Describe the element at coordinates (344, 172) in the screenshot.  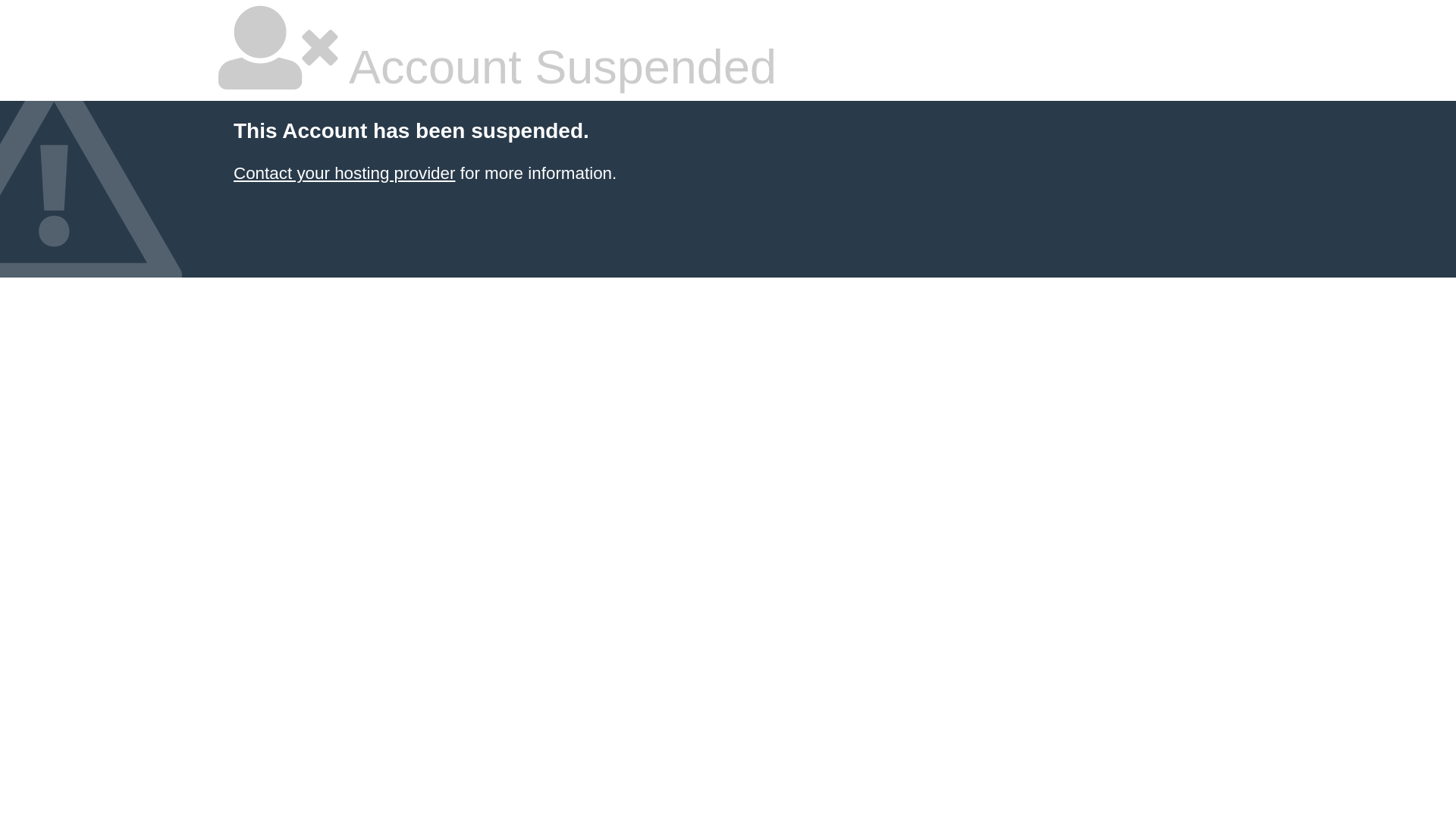
I see `'Contact your hosting provider'` at that location.